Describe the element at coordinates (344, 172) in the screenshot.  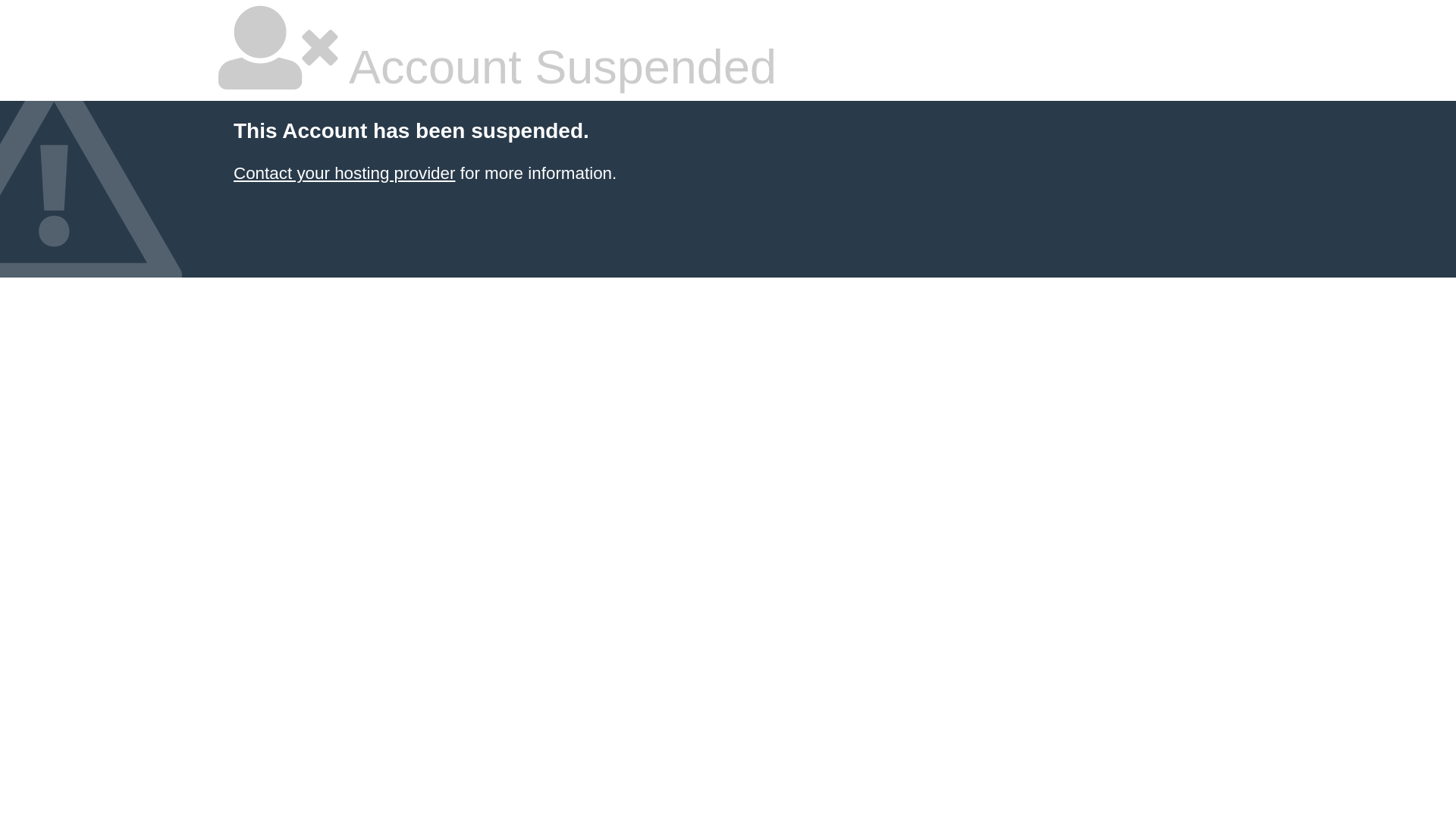
I see `'Contact your hosting provider'` at that location.